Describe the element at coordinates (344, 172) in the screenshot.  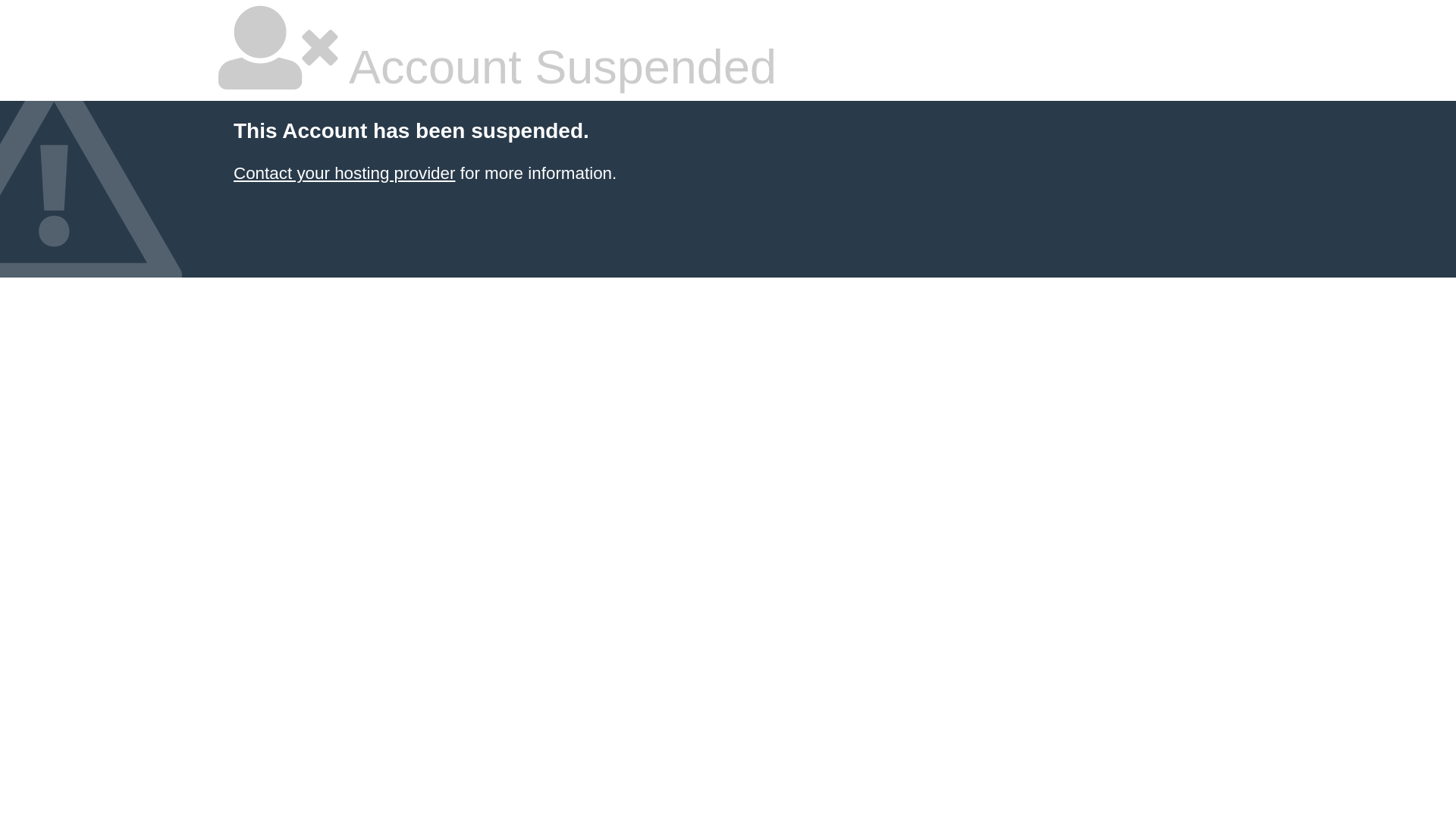
I see `'Contact your hosting provider'` at that location.